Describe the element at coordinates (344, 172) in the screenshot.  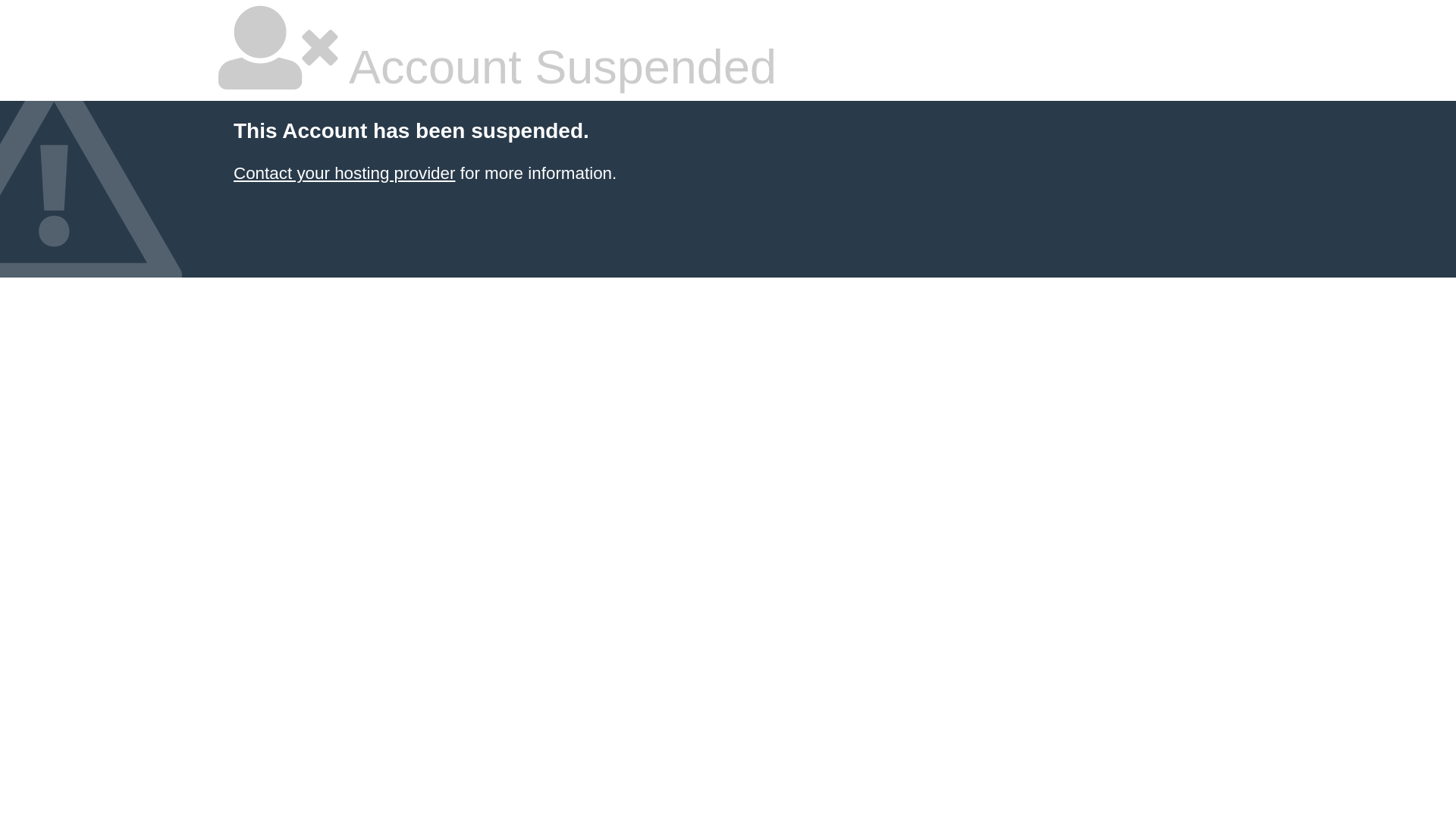
I see `'Contact your hosting provider'` at that location.